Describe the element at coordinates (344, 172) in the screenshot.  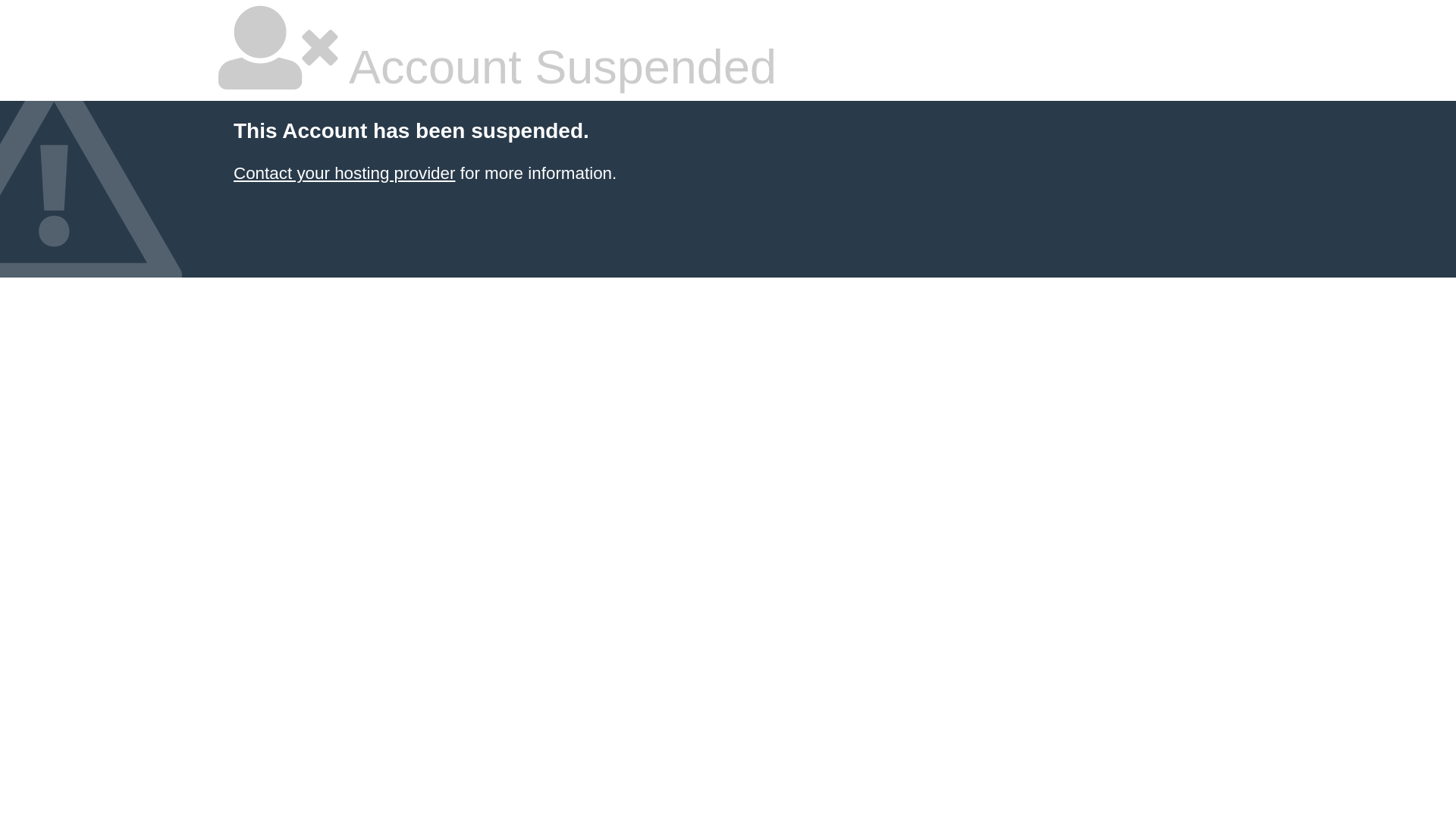
I see `'Contact your hosting provider'` at that location.